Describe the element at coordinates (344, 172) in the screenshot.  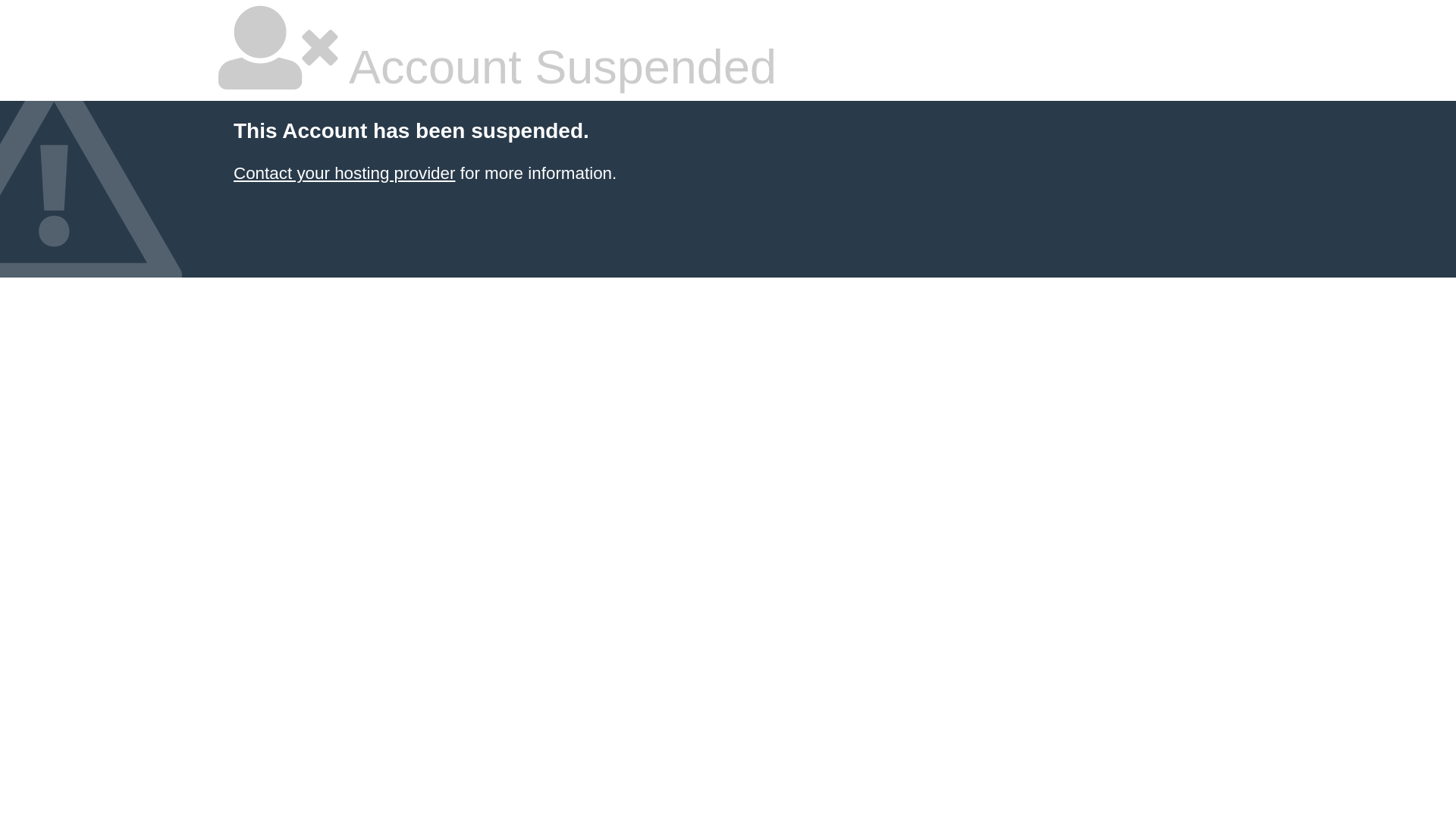
I see `'Contact your hosting provider'` at that location.